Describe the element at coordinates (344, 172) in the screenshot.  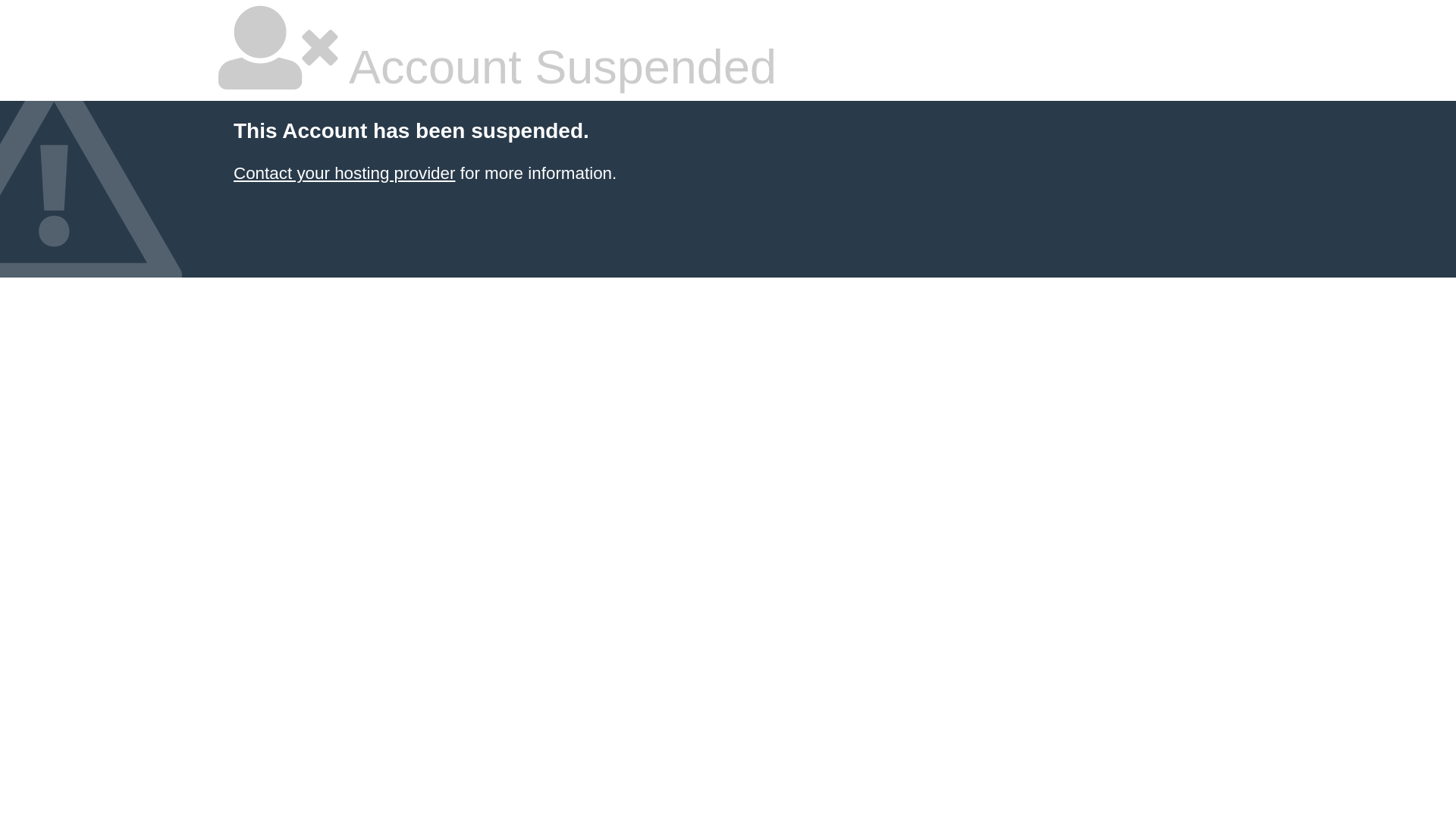
I see `'Contact your hosting provider'` at that location.